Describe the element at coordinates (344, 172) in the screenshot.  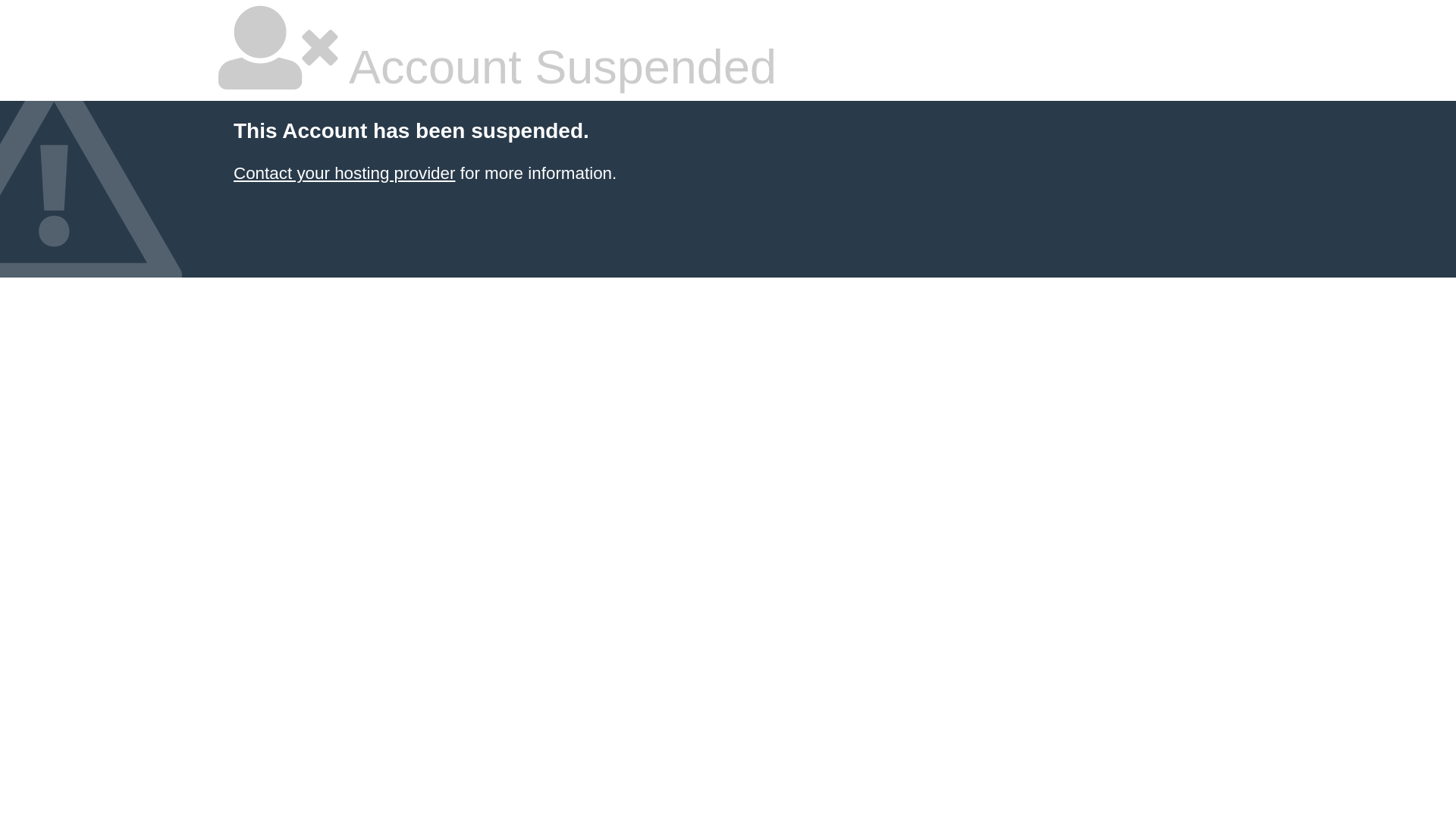
I see `'Contact your hosting provider'` at that location.